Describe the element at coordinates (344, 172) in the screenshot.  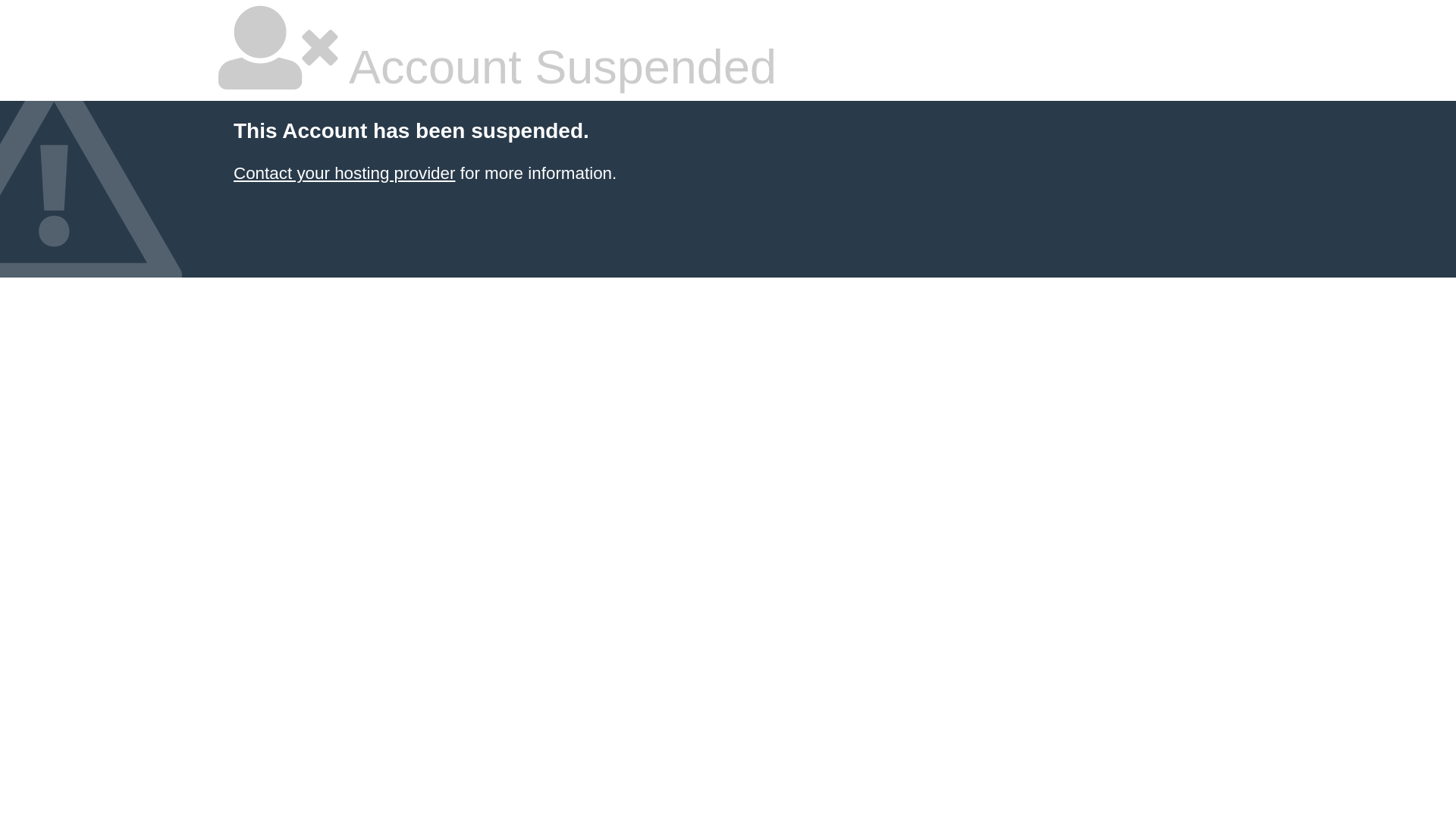
I see `'Contact your hosting provider'` at that location.